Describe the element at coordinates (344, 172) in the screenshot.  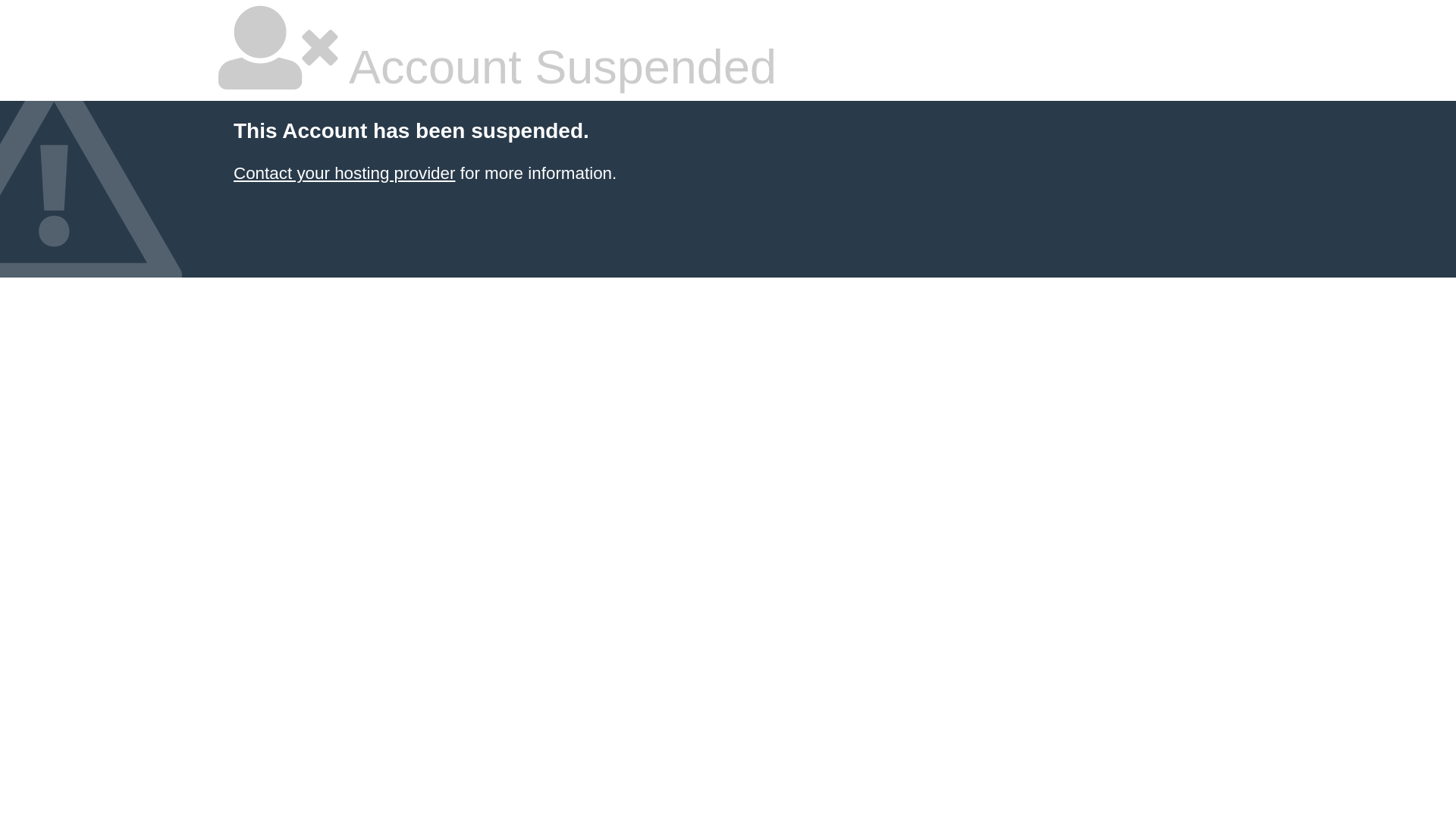
I see `'Contact your hosting provider'` at that location.